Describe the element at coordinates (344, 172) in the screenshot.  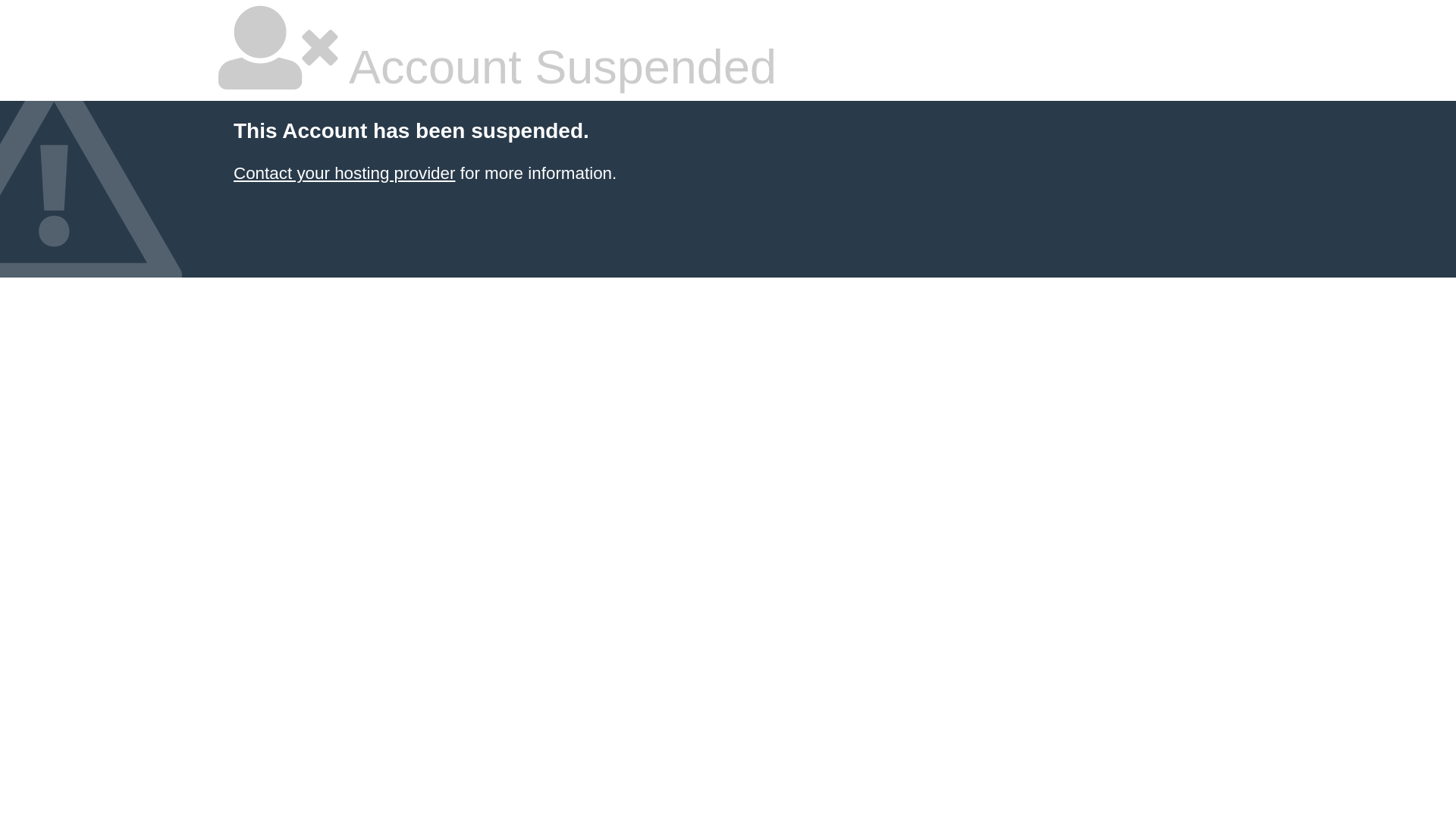
I see `'Contact your hosting provider'` at that location.